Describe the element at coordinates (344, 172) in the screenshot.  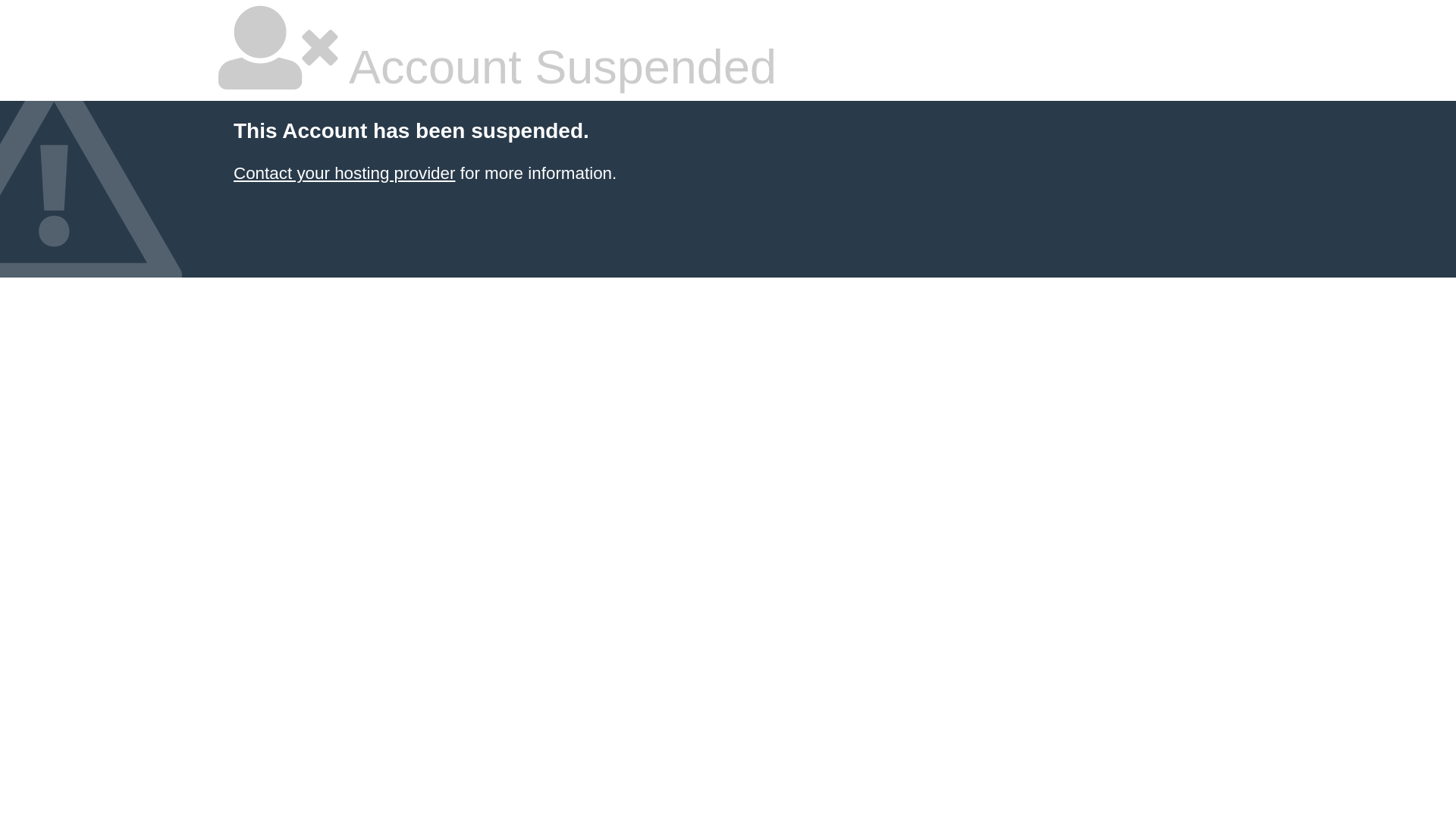
I see `'Contact your hosting provider'` at that location.